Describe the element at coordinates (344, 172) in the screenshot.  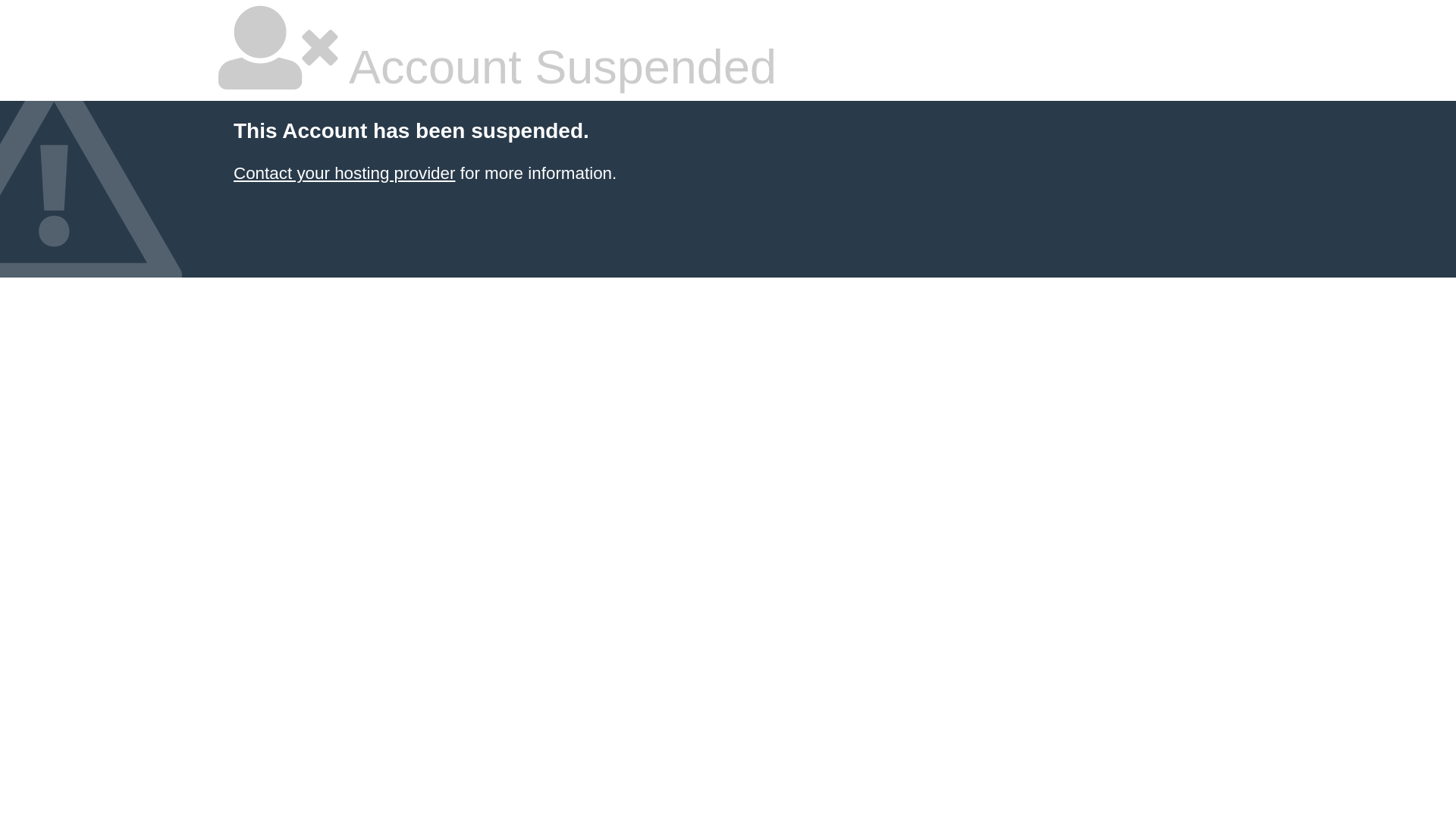
I see `'Contact your hosting provider'` at that location.